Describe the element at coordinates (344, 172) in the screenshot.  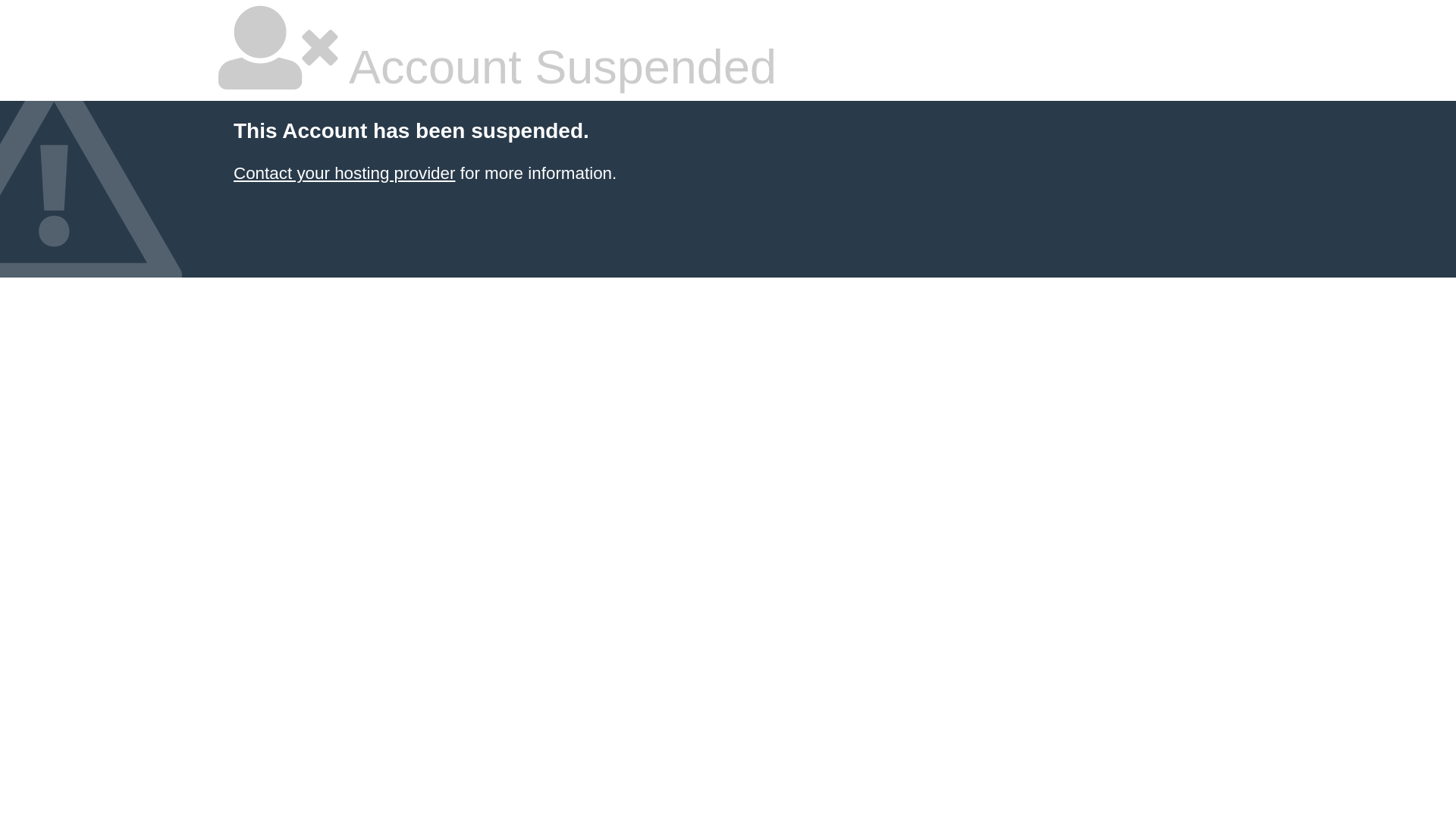
I see `'Contact your hosting provider'` at that location.